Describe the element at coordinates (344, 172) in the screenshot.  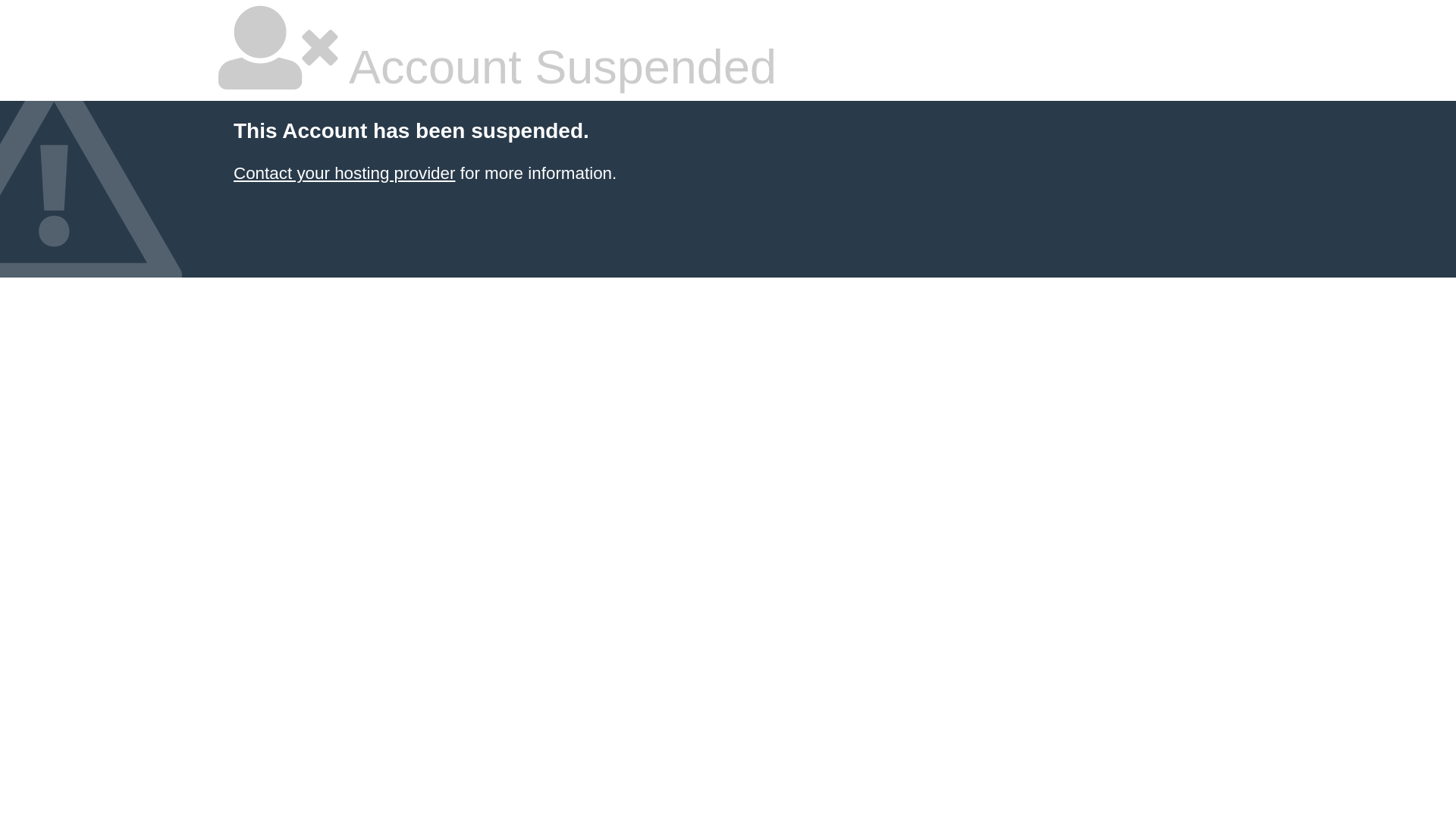
I see `'Contact your hosting provider'` at that location.